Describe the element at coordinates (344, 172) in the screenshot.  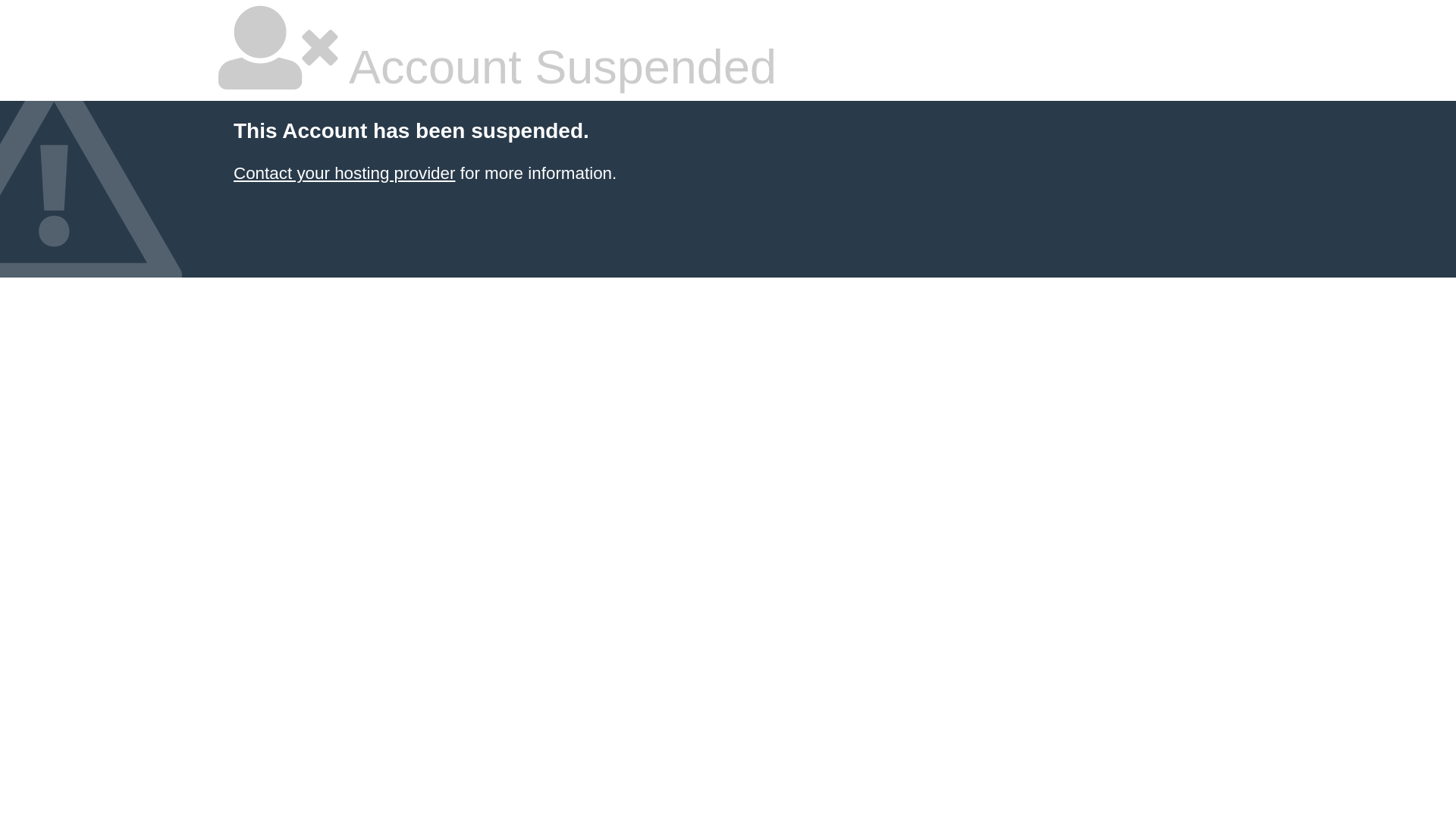
I see `'Contact your hosting provider'` at that location.